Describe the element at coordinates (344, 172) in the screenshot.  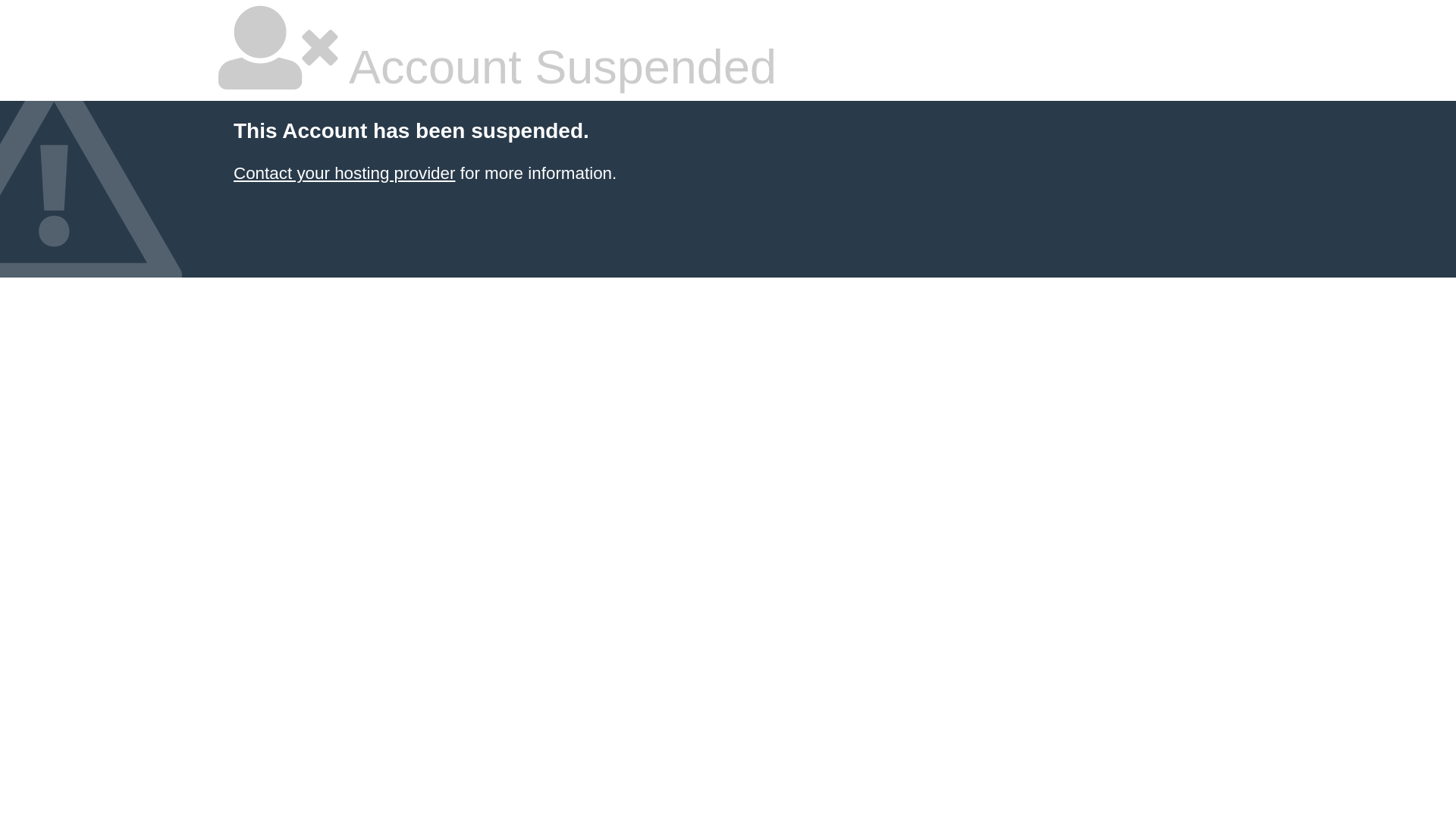
I see `'Contact your hosting provider'` at that location.